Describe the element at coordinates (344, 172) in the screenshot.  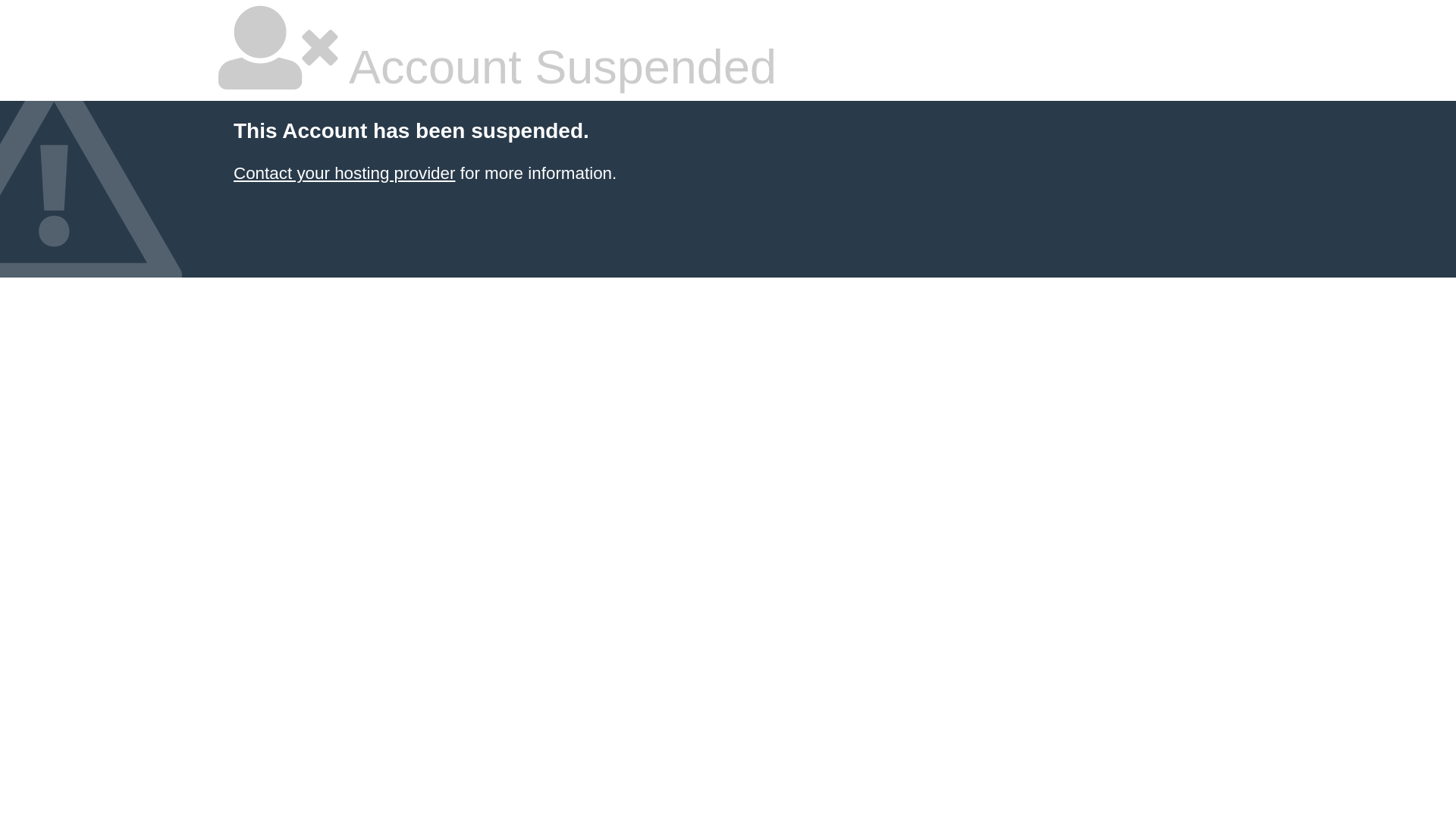
I see `'Contact your hosting provider'` at that location.